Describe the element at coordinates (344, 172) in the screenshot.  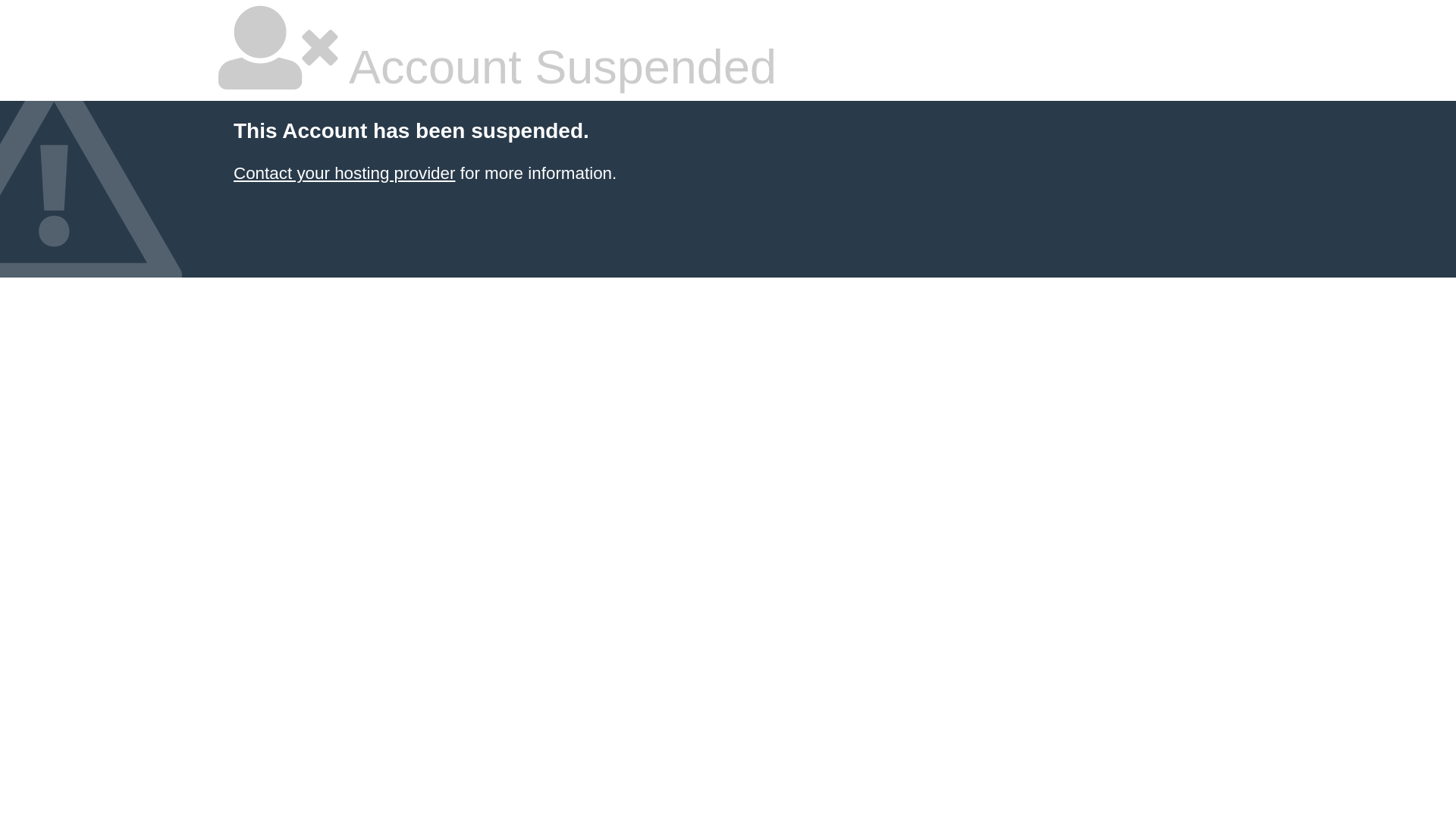
I see `'Contact your hosting provider'` at that location.